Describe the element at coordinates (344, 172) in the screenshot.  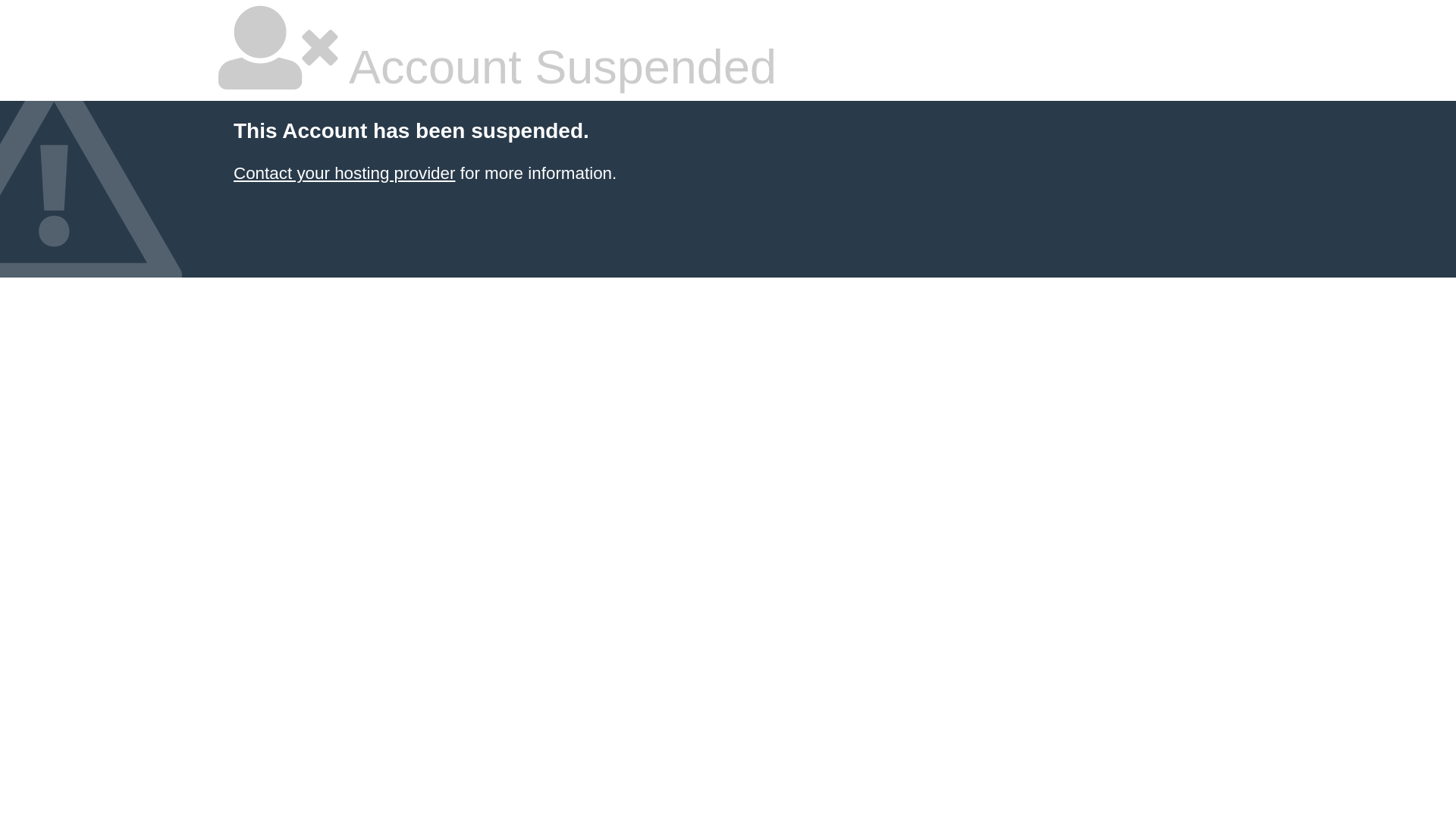
I see `'Contact your hosting provider'` at that location.